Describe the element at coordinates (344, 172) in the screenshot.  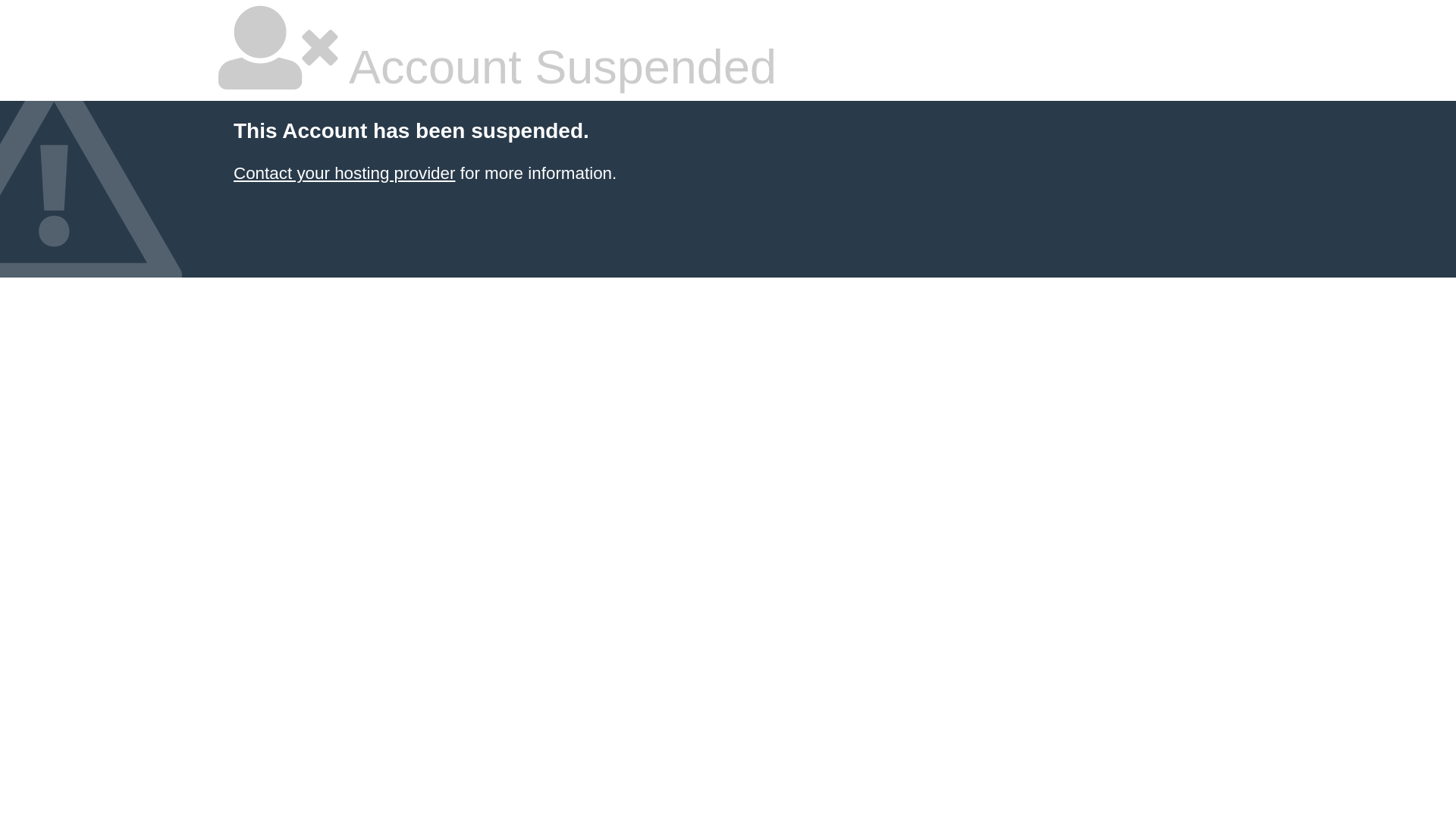
I see `'Contact your hosting provider'` at that location.